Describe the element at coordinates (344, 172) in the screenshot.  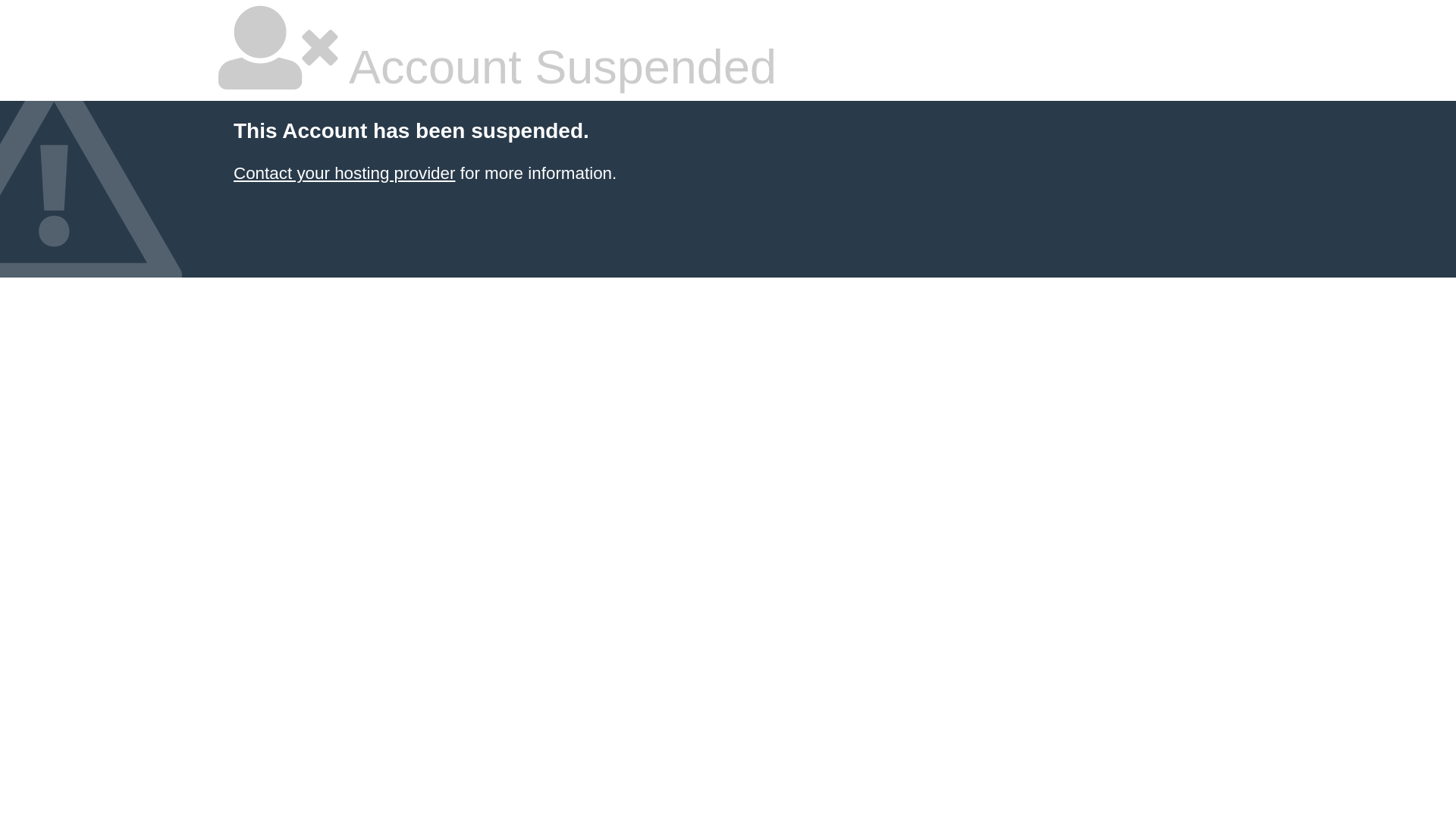
I see `'Contact your hosting provider'` at that location.